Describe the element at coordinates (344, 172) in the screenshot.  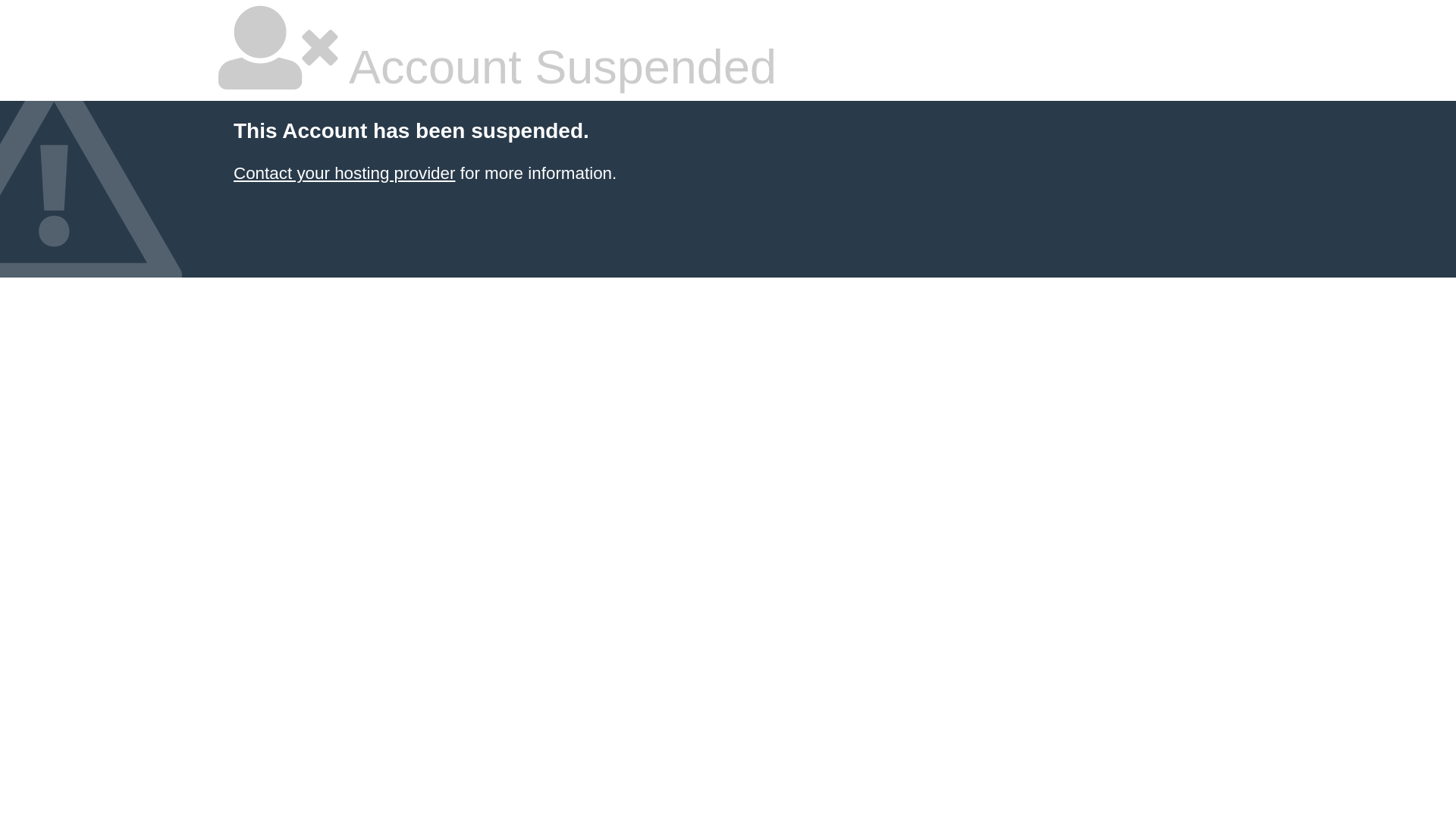
I see `'Contact your hosting provider'` at that location.